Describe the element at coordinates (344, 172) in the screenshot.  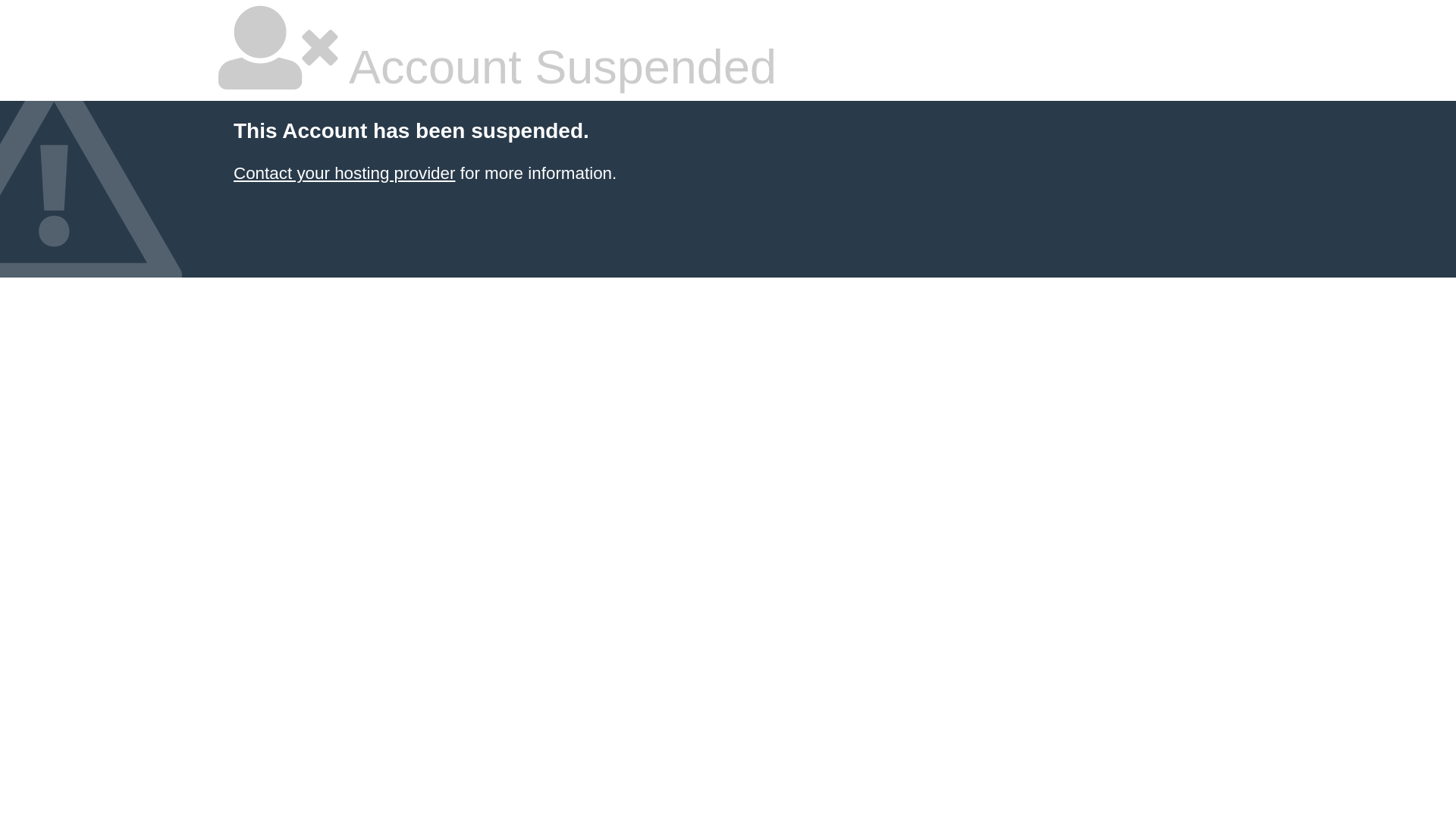
I see `'Contact your hosting provider'` at that location.